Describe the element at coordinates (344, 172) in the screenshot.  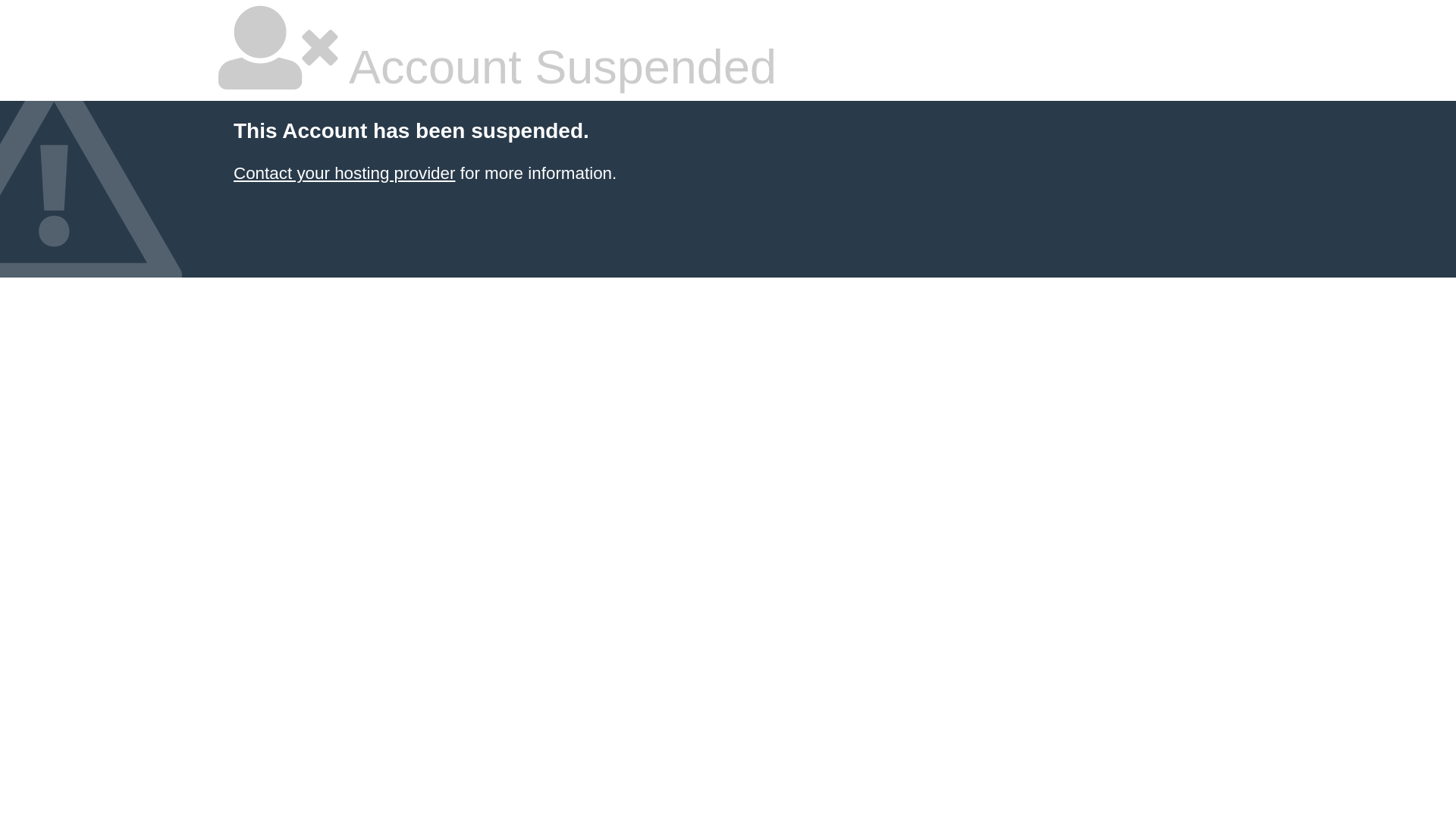
I see `'Contact your hosting provider'` at that location.